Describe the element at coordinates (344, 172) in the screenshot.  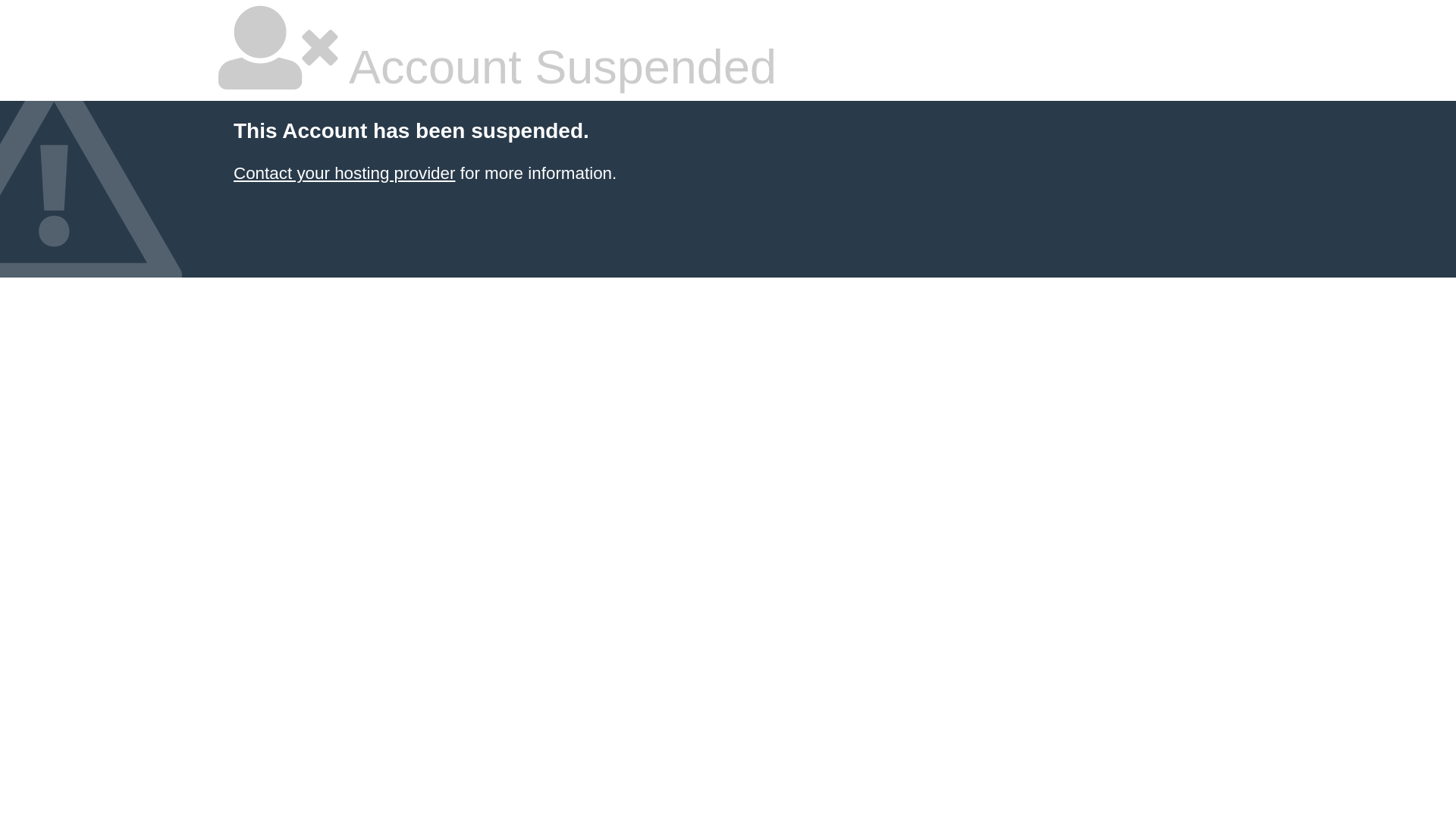
I see `'Contact your hosting provider'` at that location.